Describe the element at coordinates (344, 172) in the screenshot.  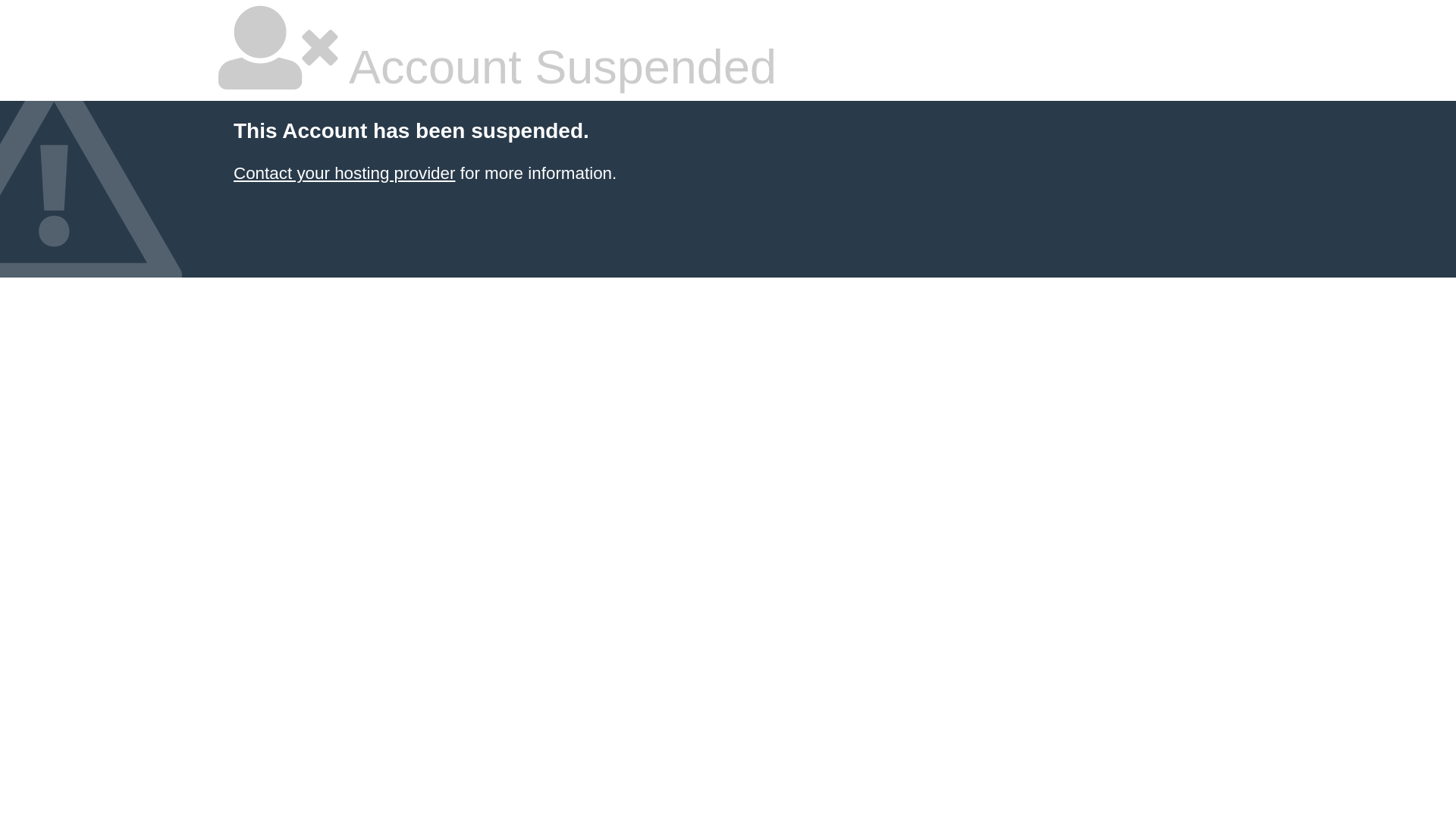
I see `'Contact your hosting provider'` at that location.